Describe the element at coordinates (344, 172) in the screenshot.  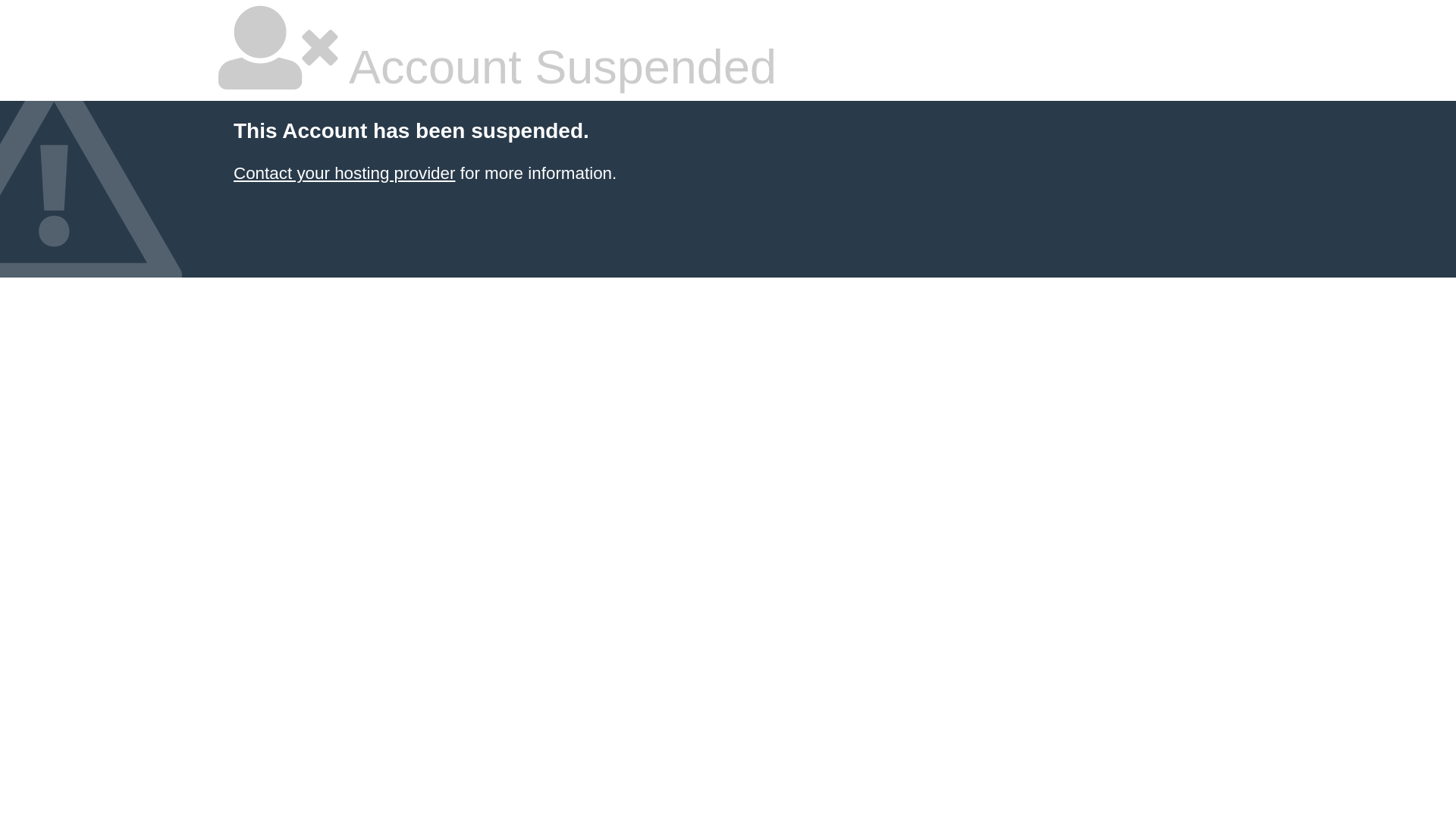
I see `'Contact your hosting provider'` at that location.